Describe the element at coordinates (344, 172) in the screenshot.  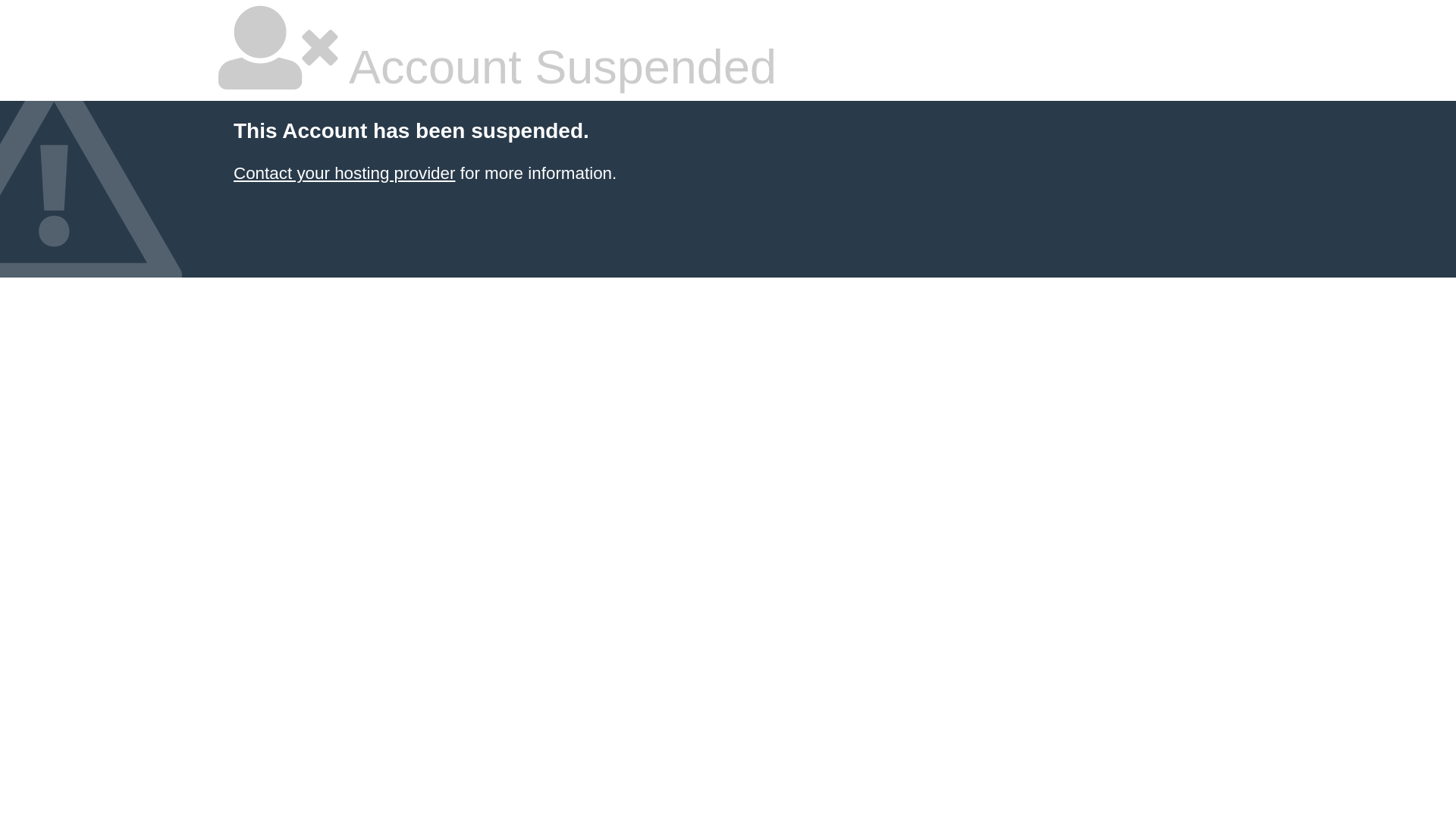
I see `'Contact your hosting provider'` at that location.